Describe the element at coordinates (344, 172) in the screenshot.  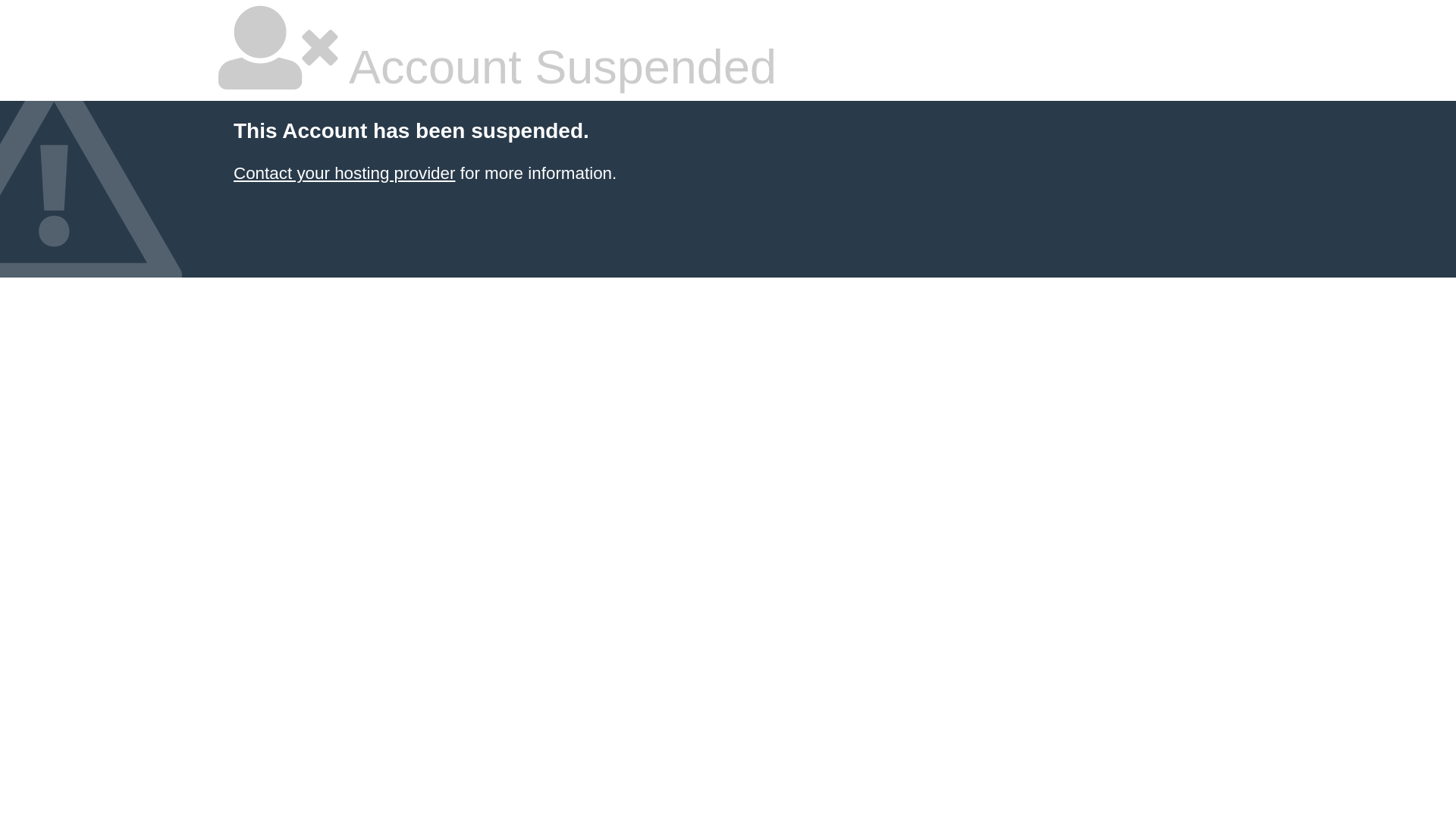
I see `'Contact your hosting provider'` at that location.